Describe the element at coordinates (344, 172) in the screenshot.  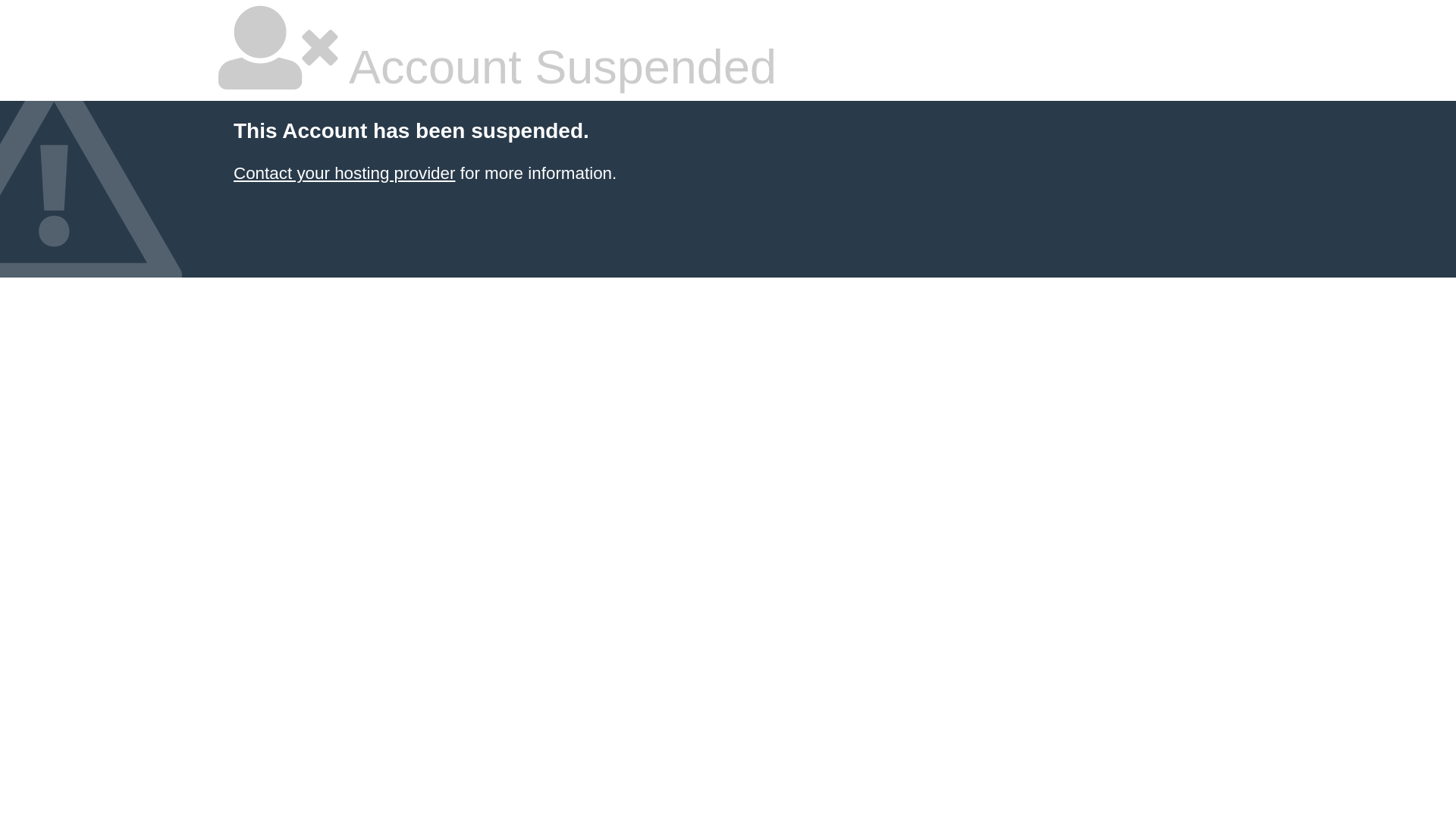
I see `'Contact your hosting provider'` at that location.